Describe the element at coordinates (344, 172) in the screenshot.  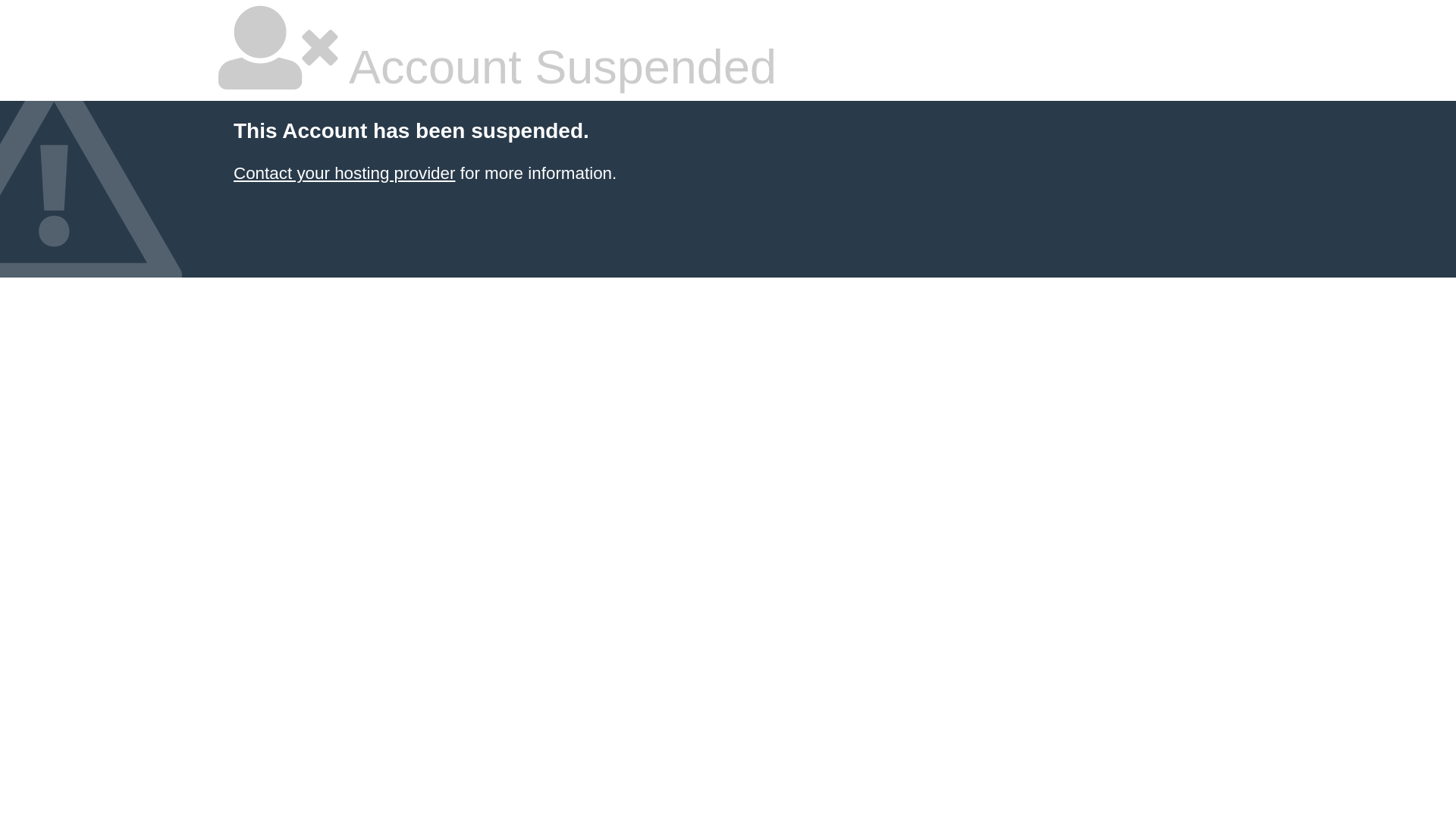
I see `'Contact your hosting provider'` at that location.